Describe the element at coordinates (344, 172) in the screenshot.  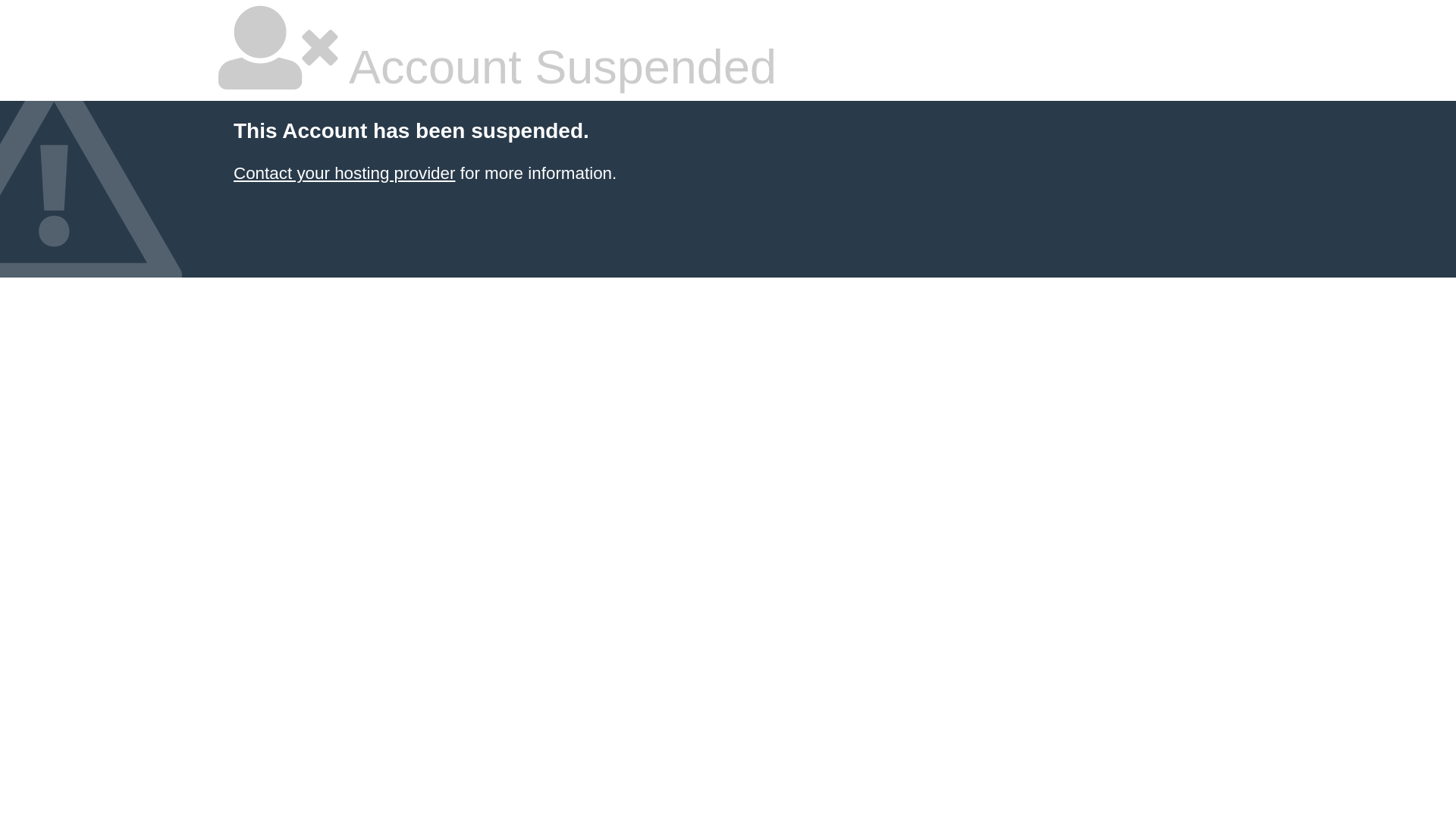
I see `'Contact your hosting provider'` at that location.